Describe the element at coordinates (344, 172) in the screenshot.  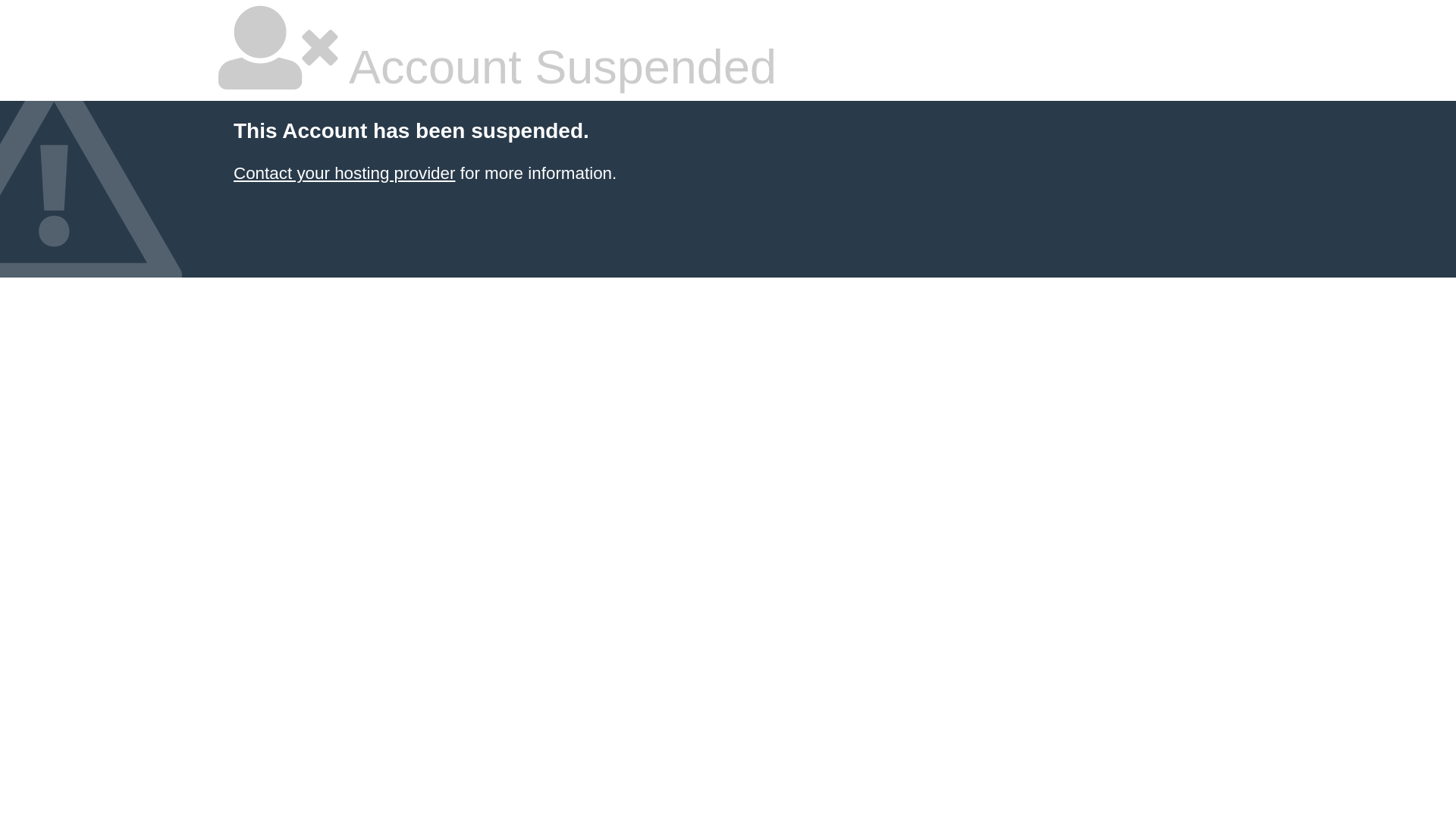
I see `'Contact your hosting provider'` at that location.